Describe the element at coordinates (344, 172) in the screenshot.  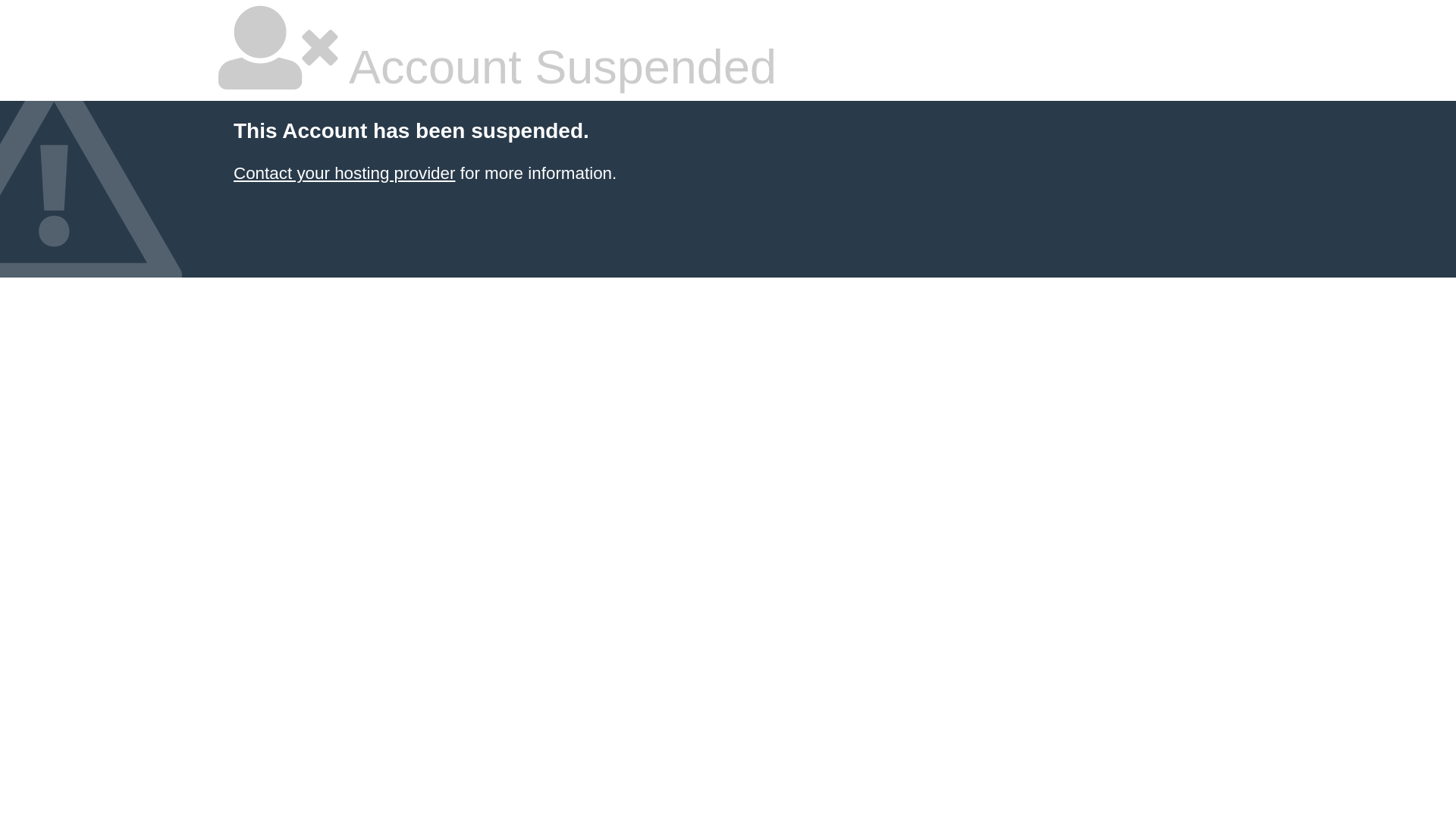
I see `'Contact your hosting provider'` at that location.